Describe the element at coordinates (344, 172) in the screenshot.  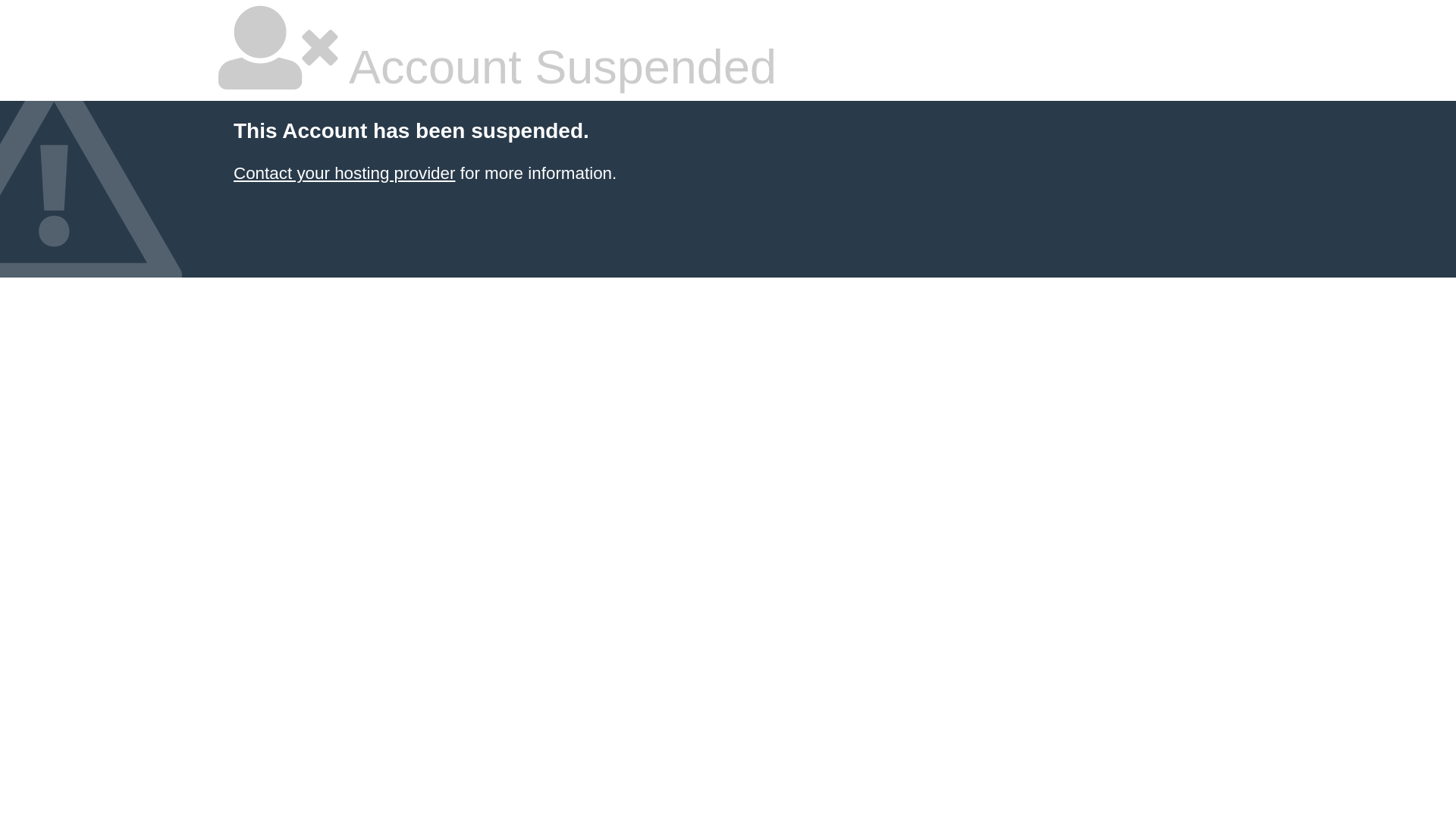
I see `'Contact your hosting provider'` at that location.